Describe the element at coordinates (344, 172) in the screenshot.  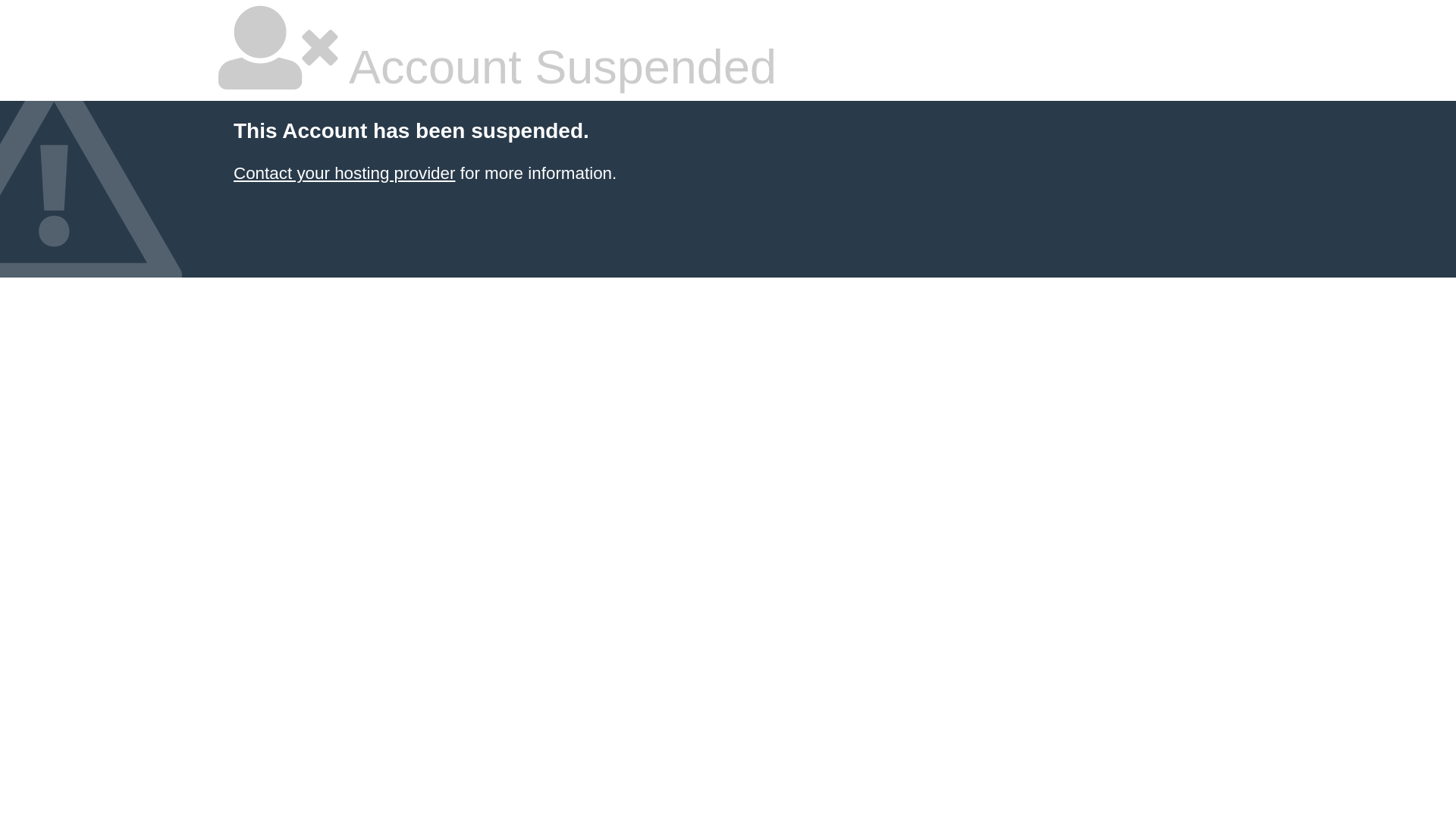
I see `'Contact your hosting provider'` at that location.